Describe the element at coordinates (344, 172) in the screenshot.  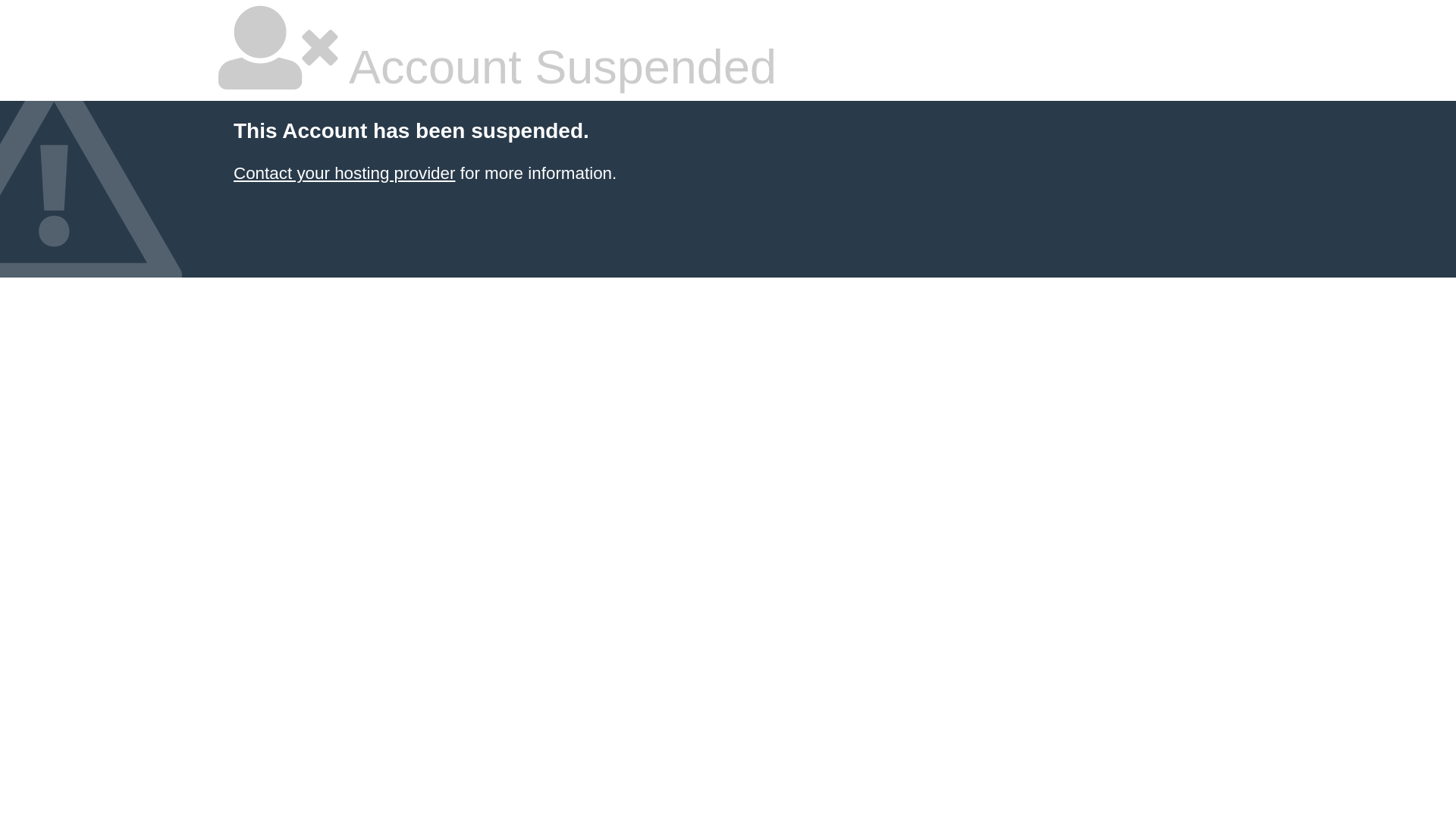
I see `'Contact your hosting provider'` at that location.